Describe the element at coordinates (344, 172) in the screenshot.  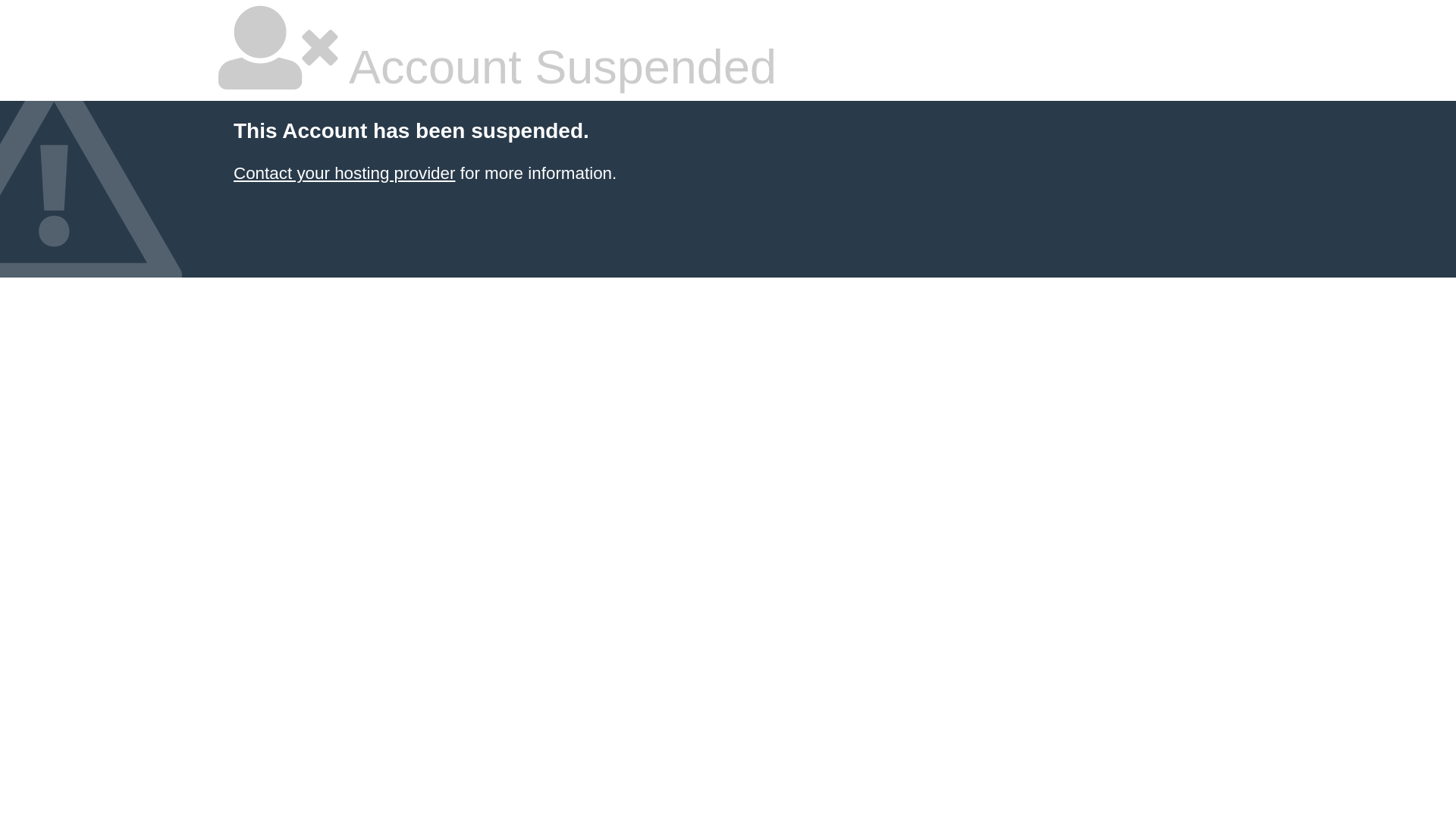
I see `'Contact your hosting provider'` at that location.